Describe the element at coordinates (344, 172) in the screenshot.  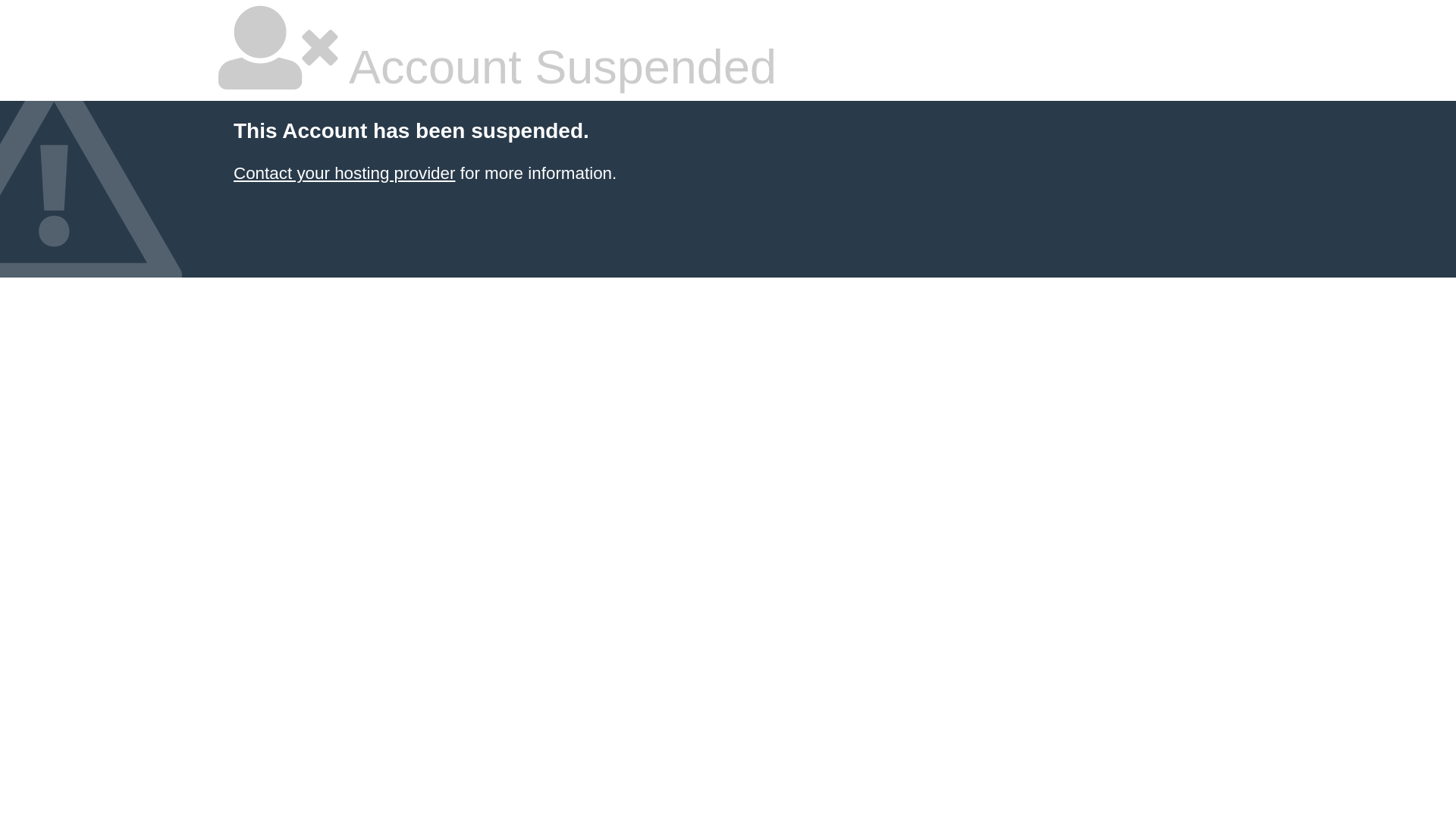
I see `'Contact your hosting provider'` at that location.